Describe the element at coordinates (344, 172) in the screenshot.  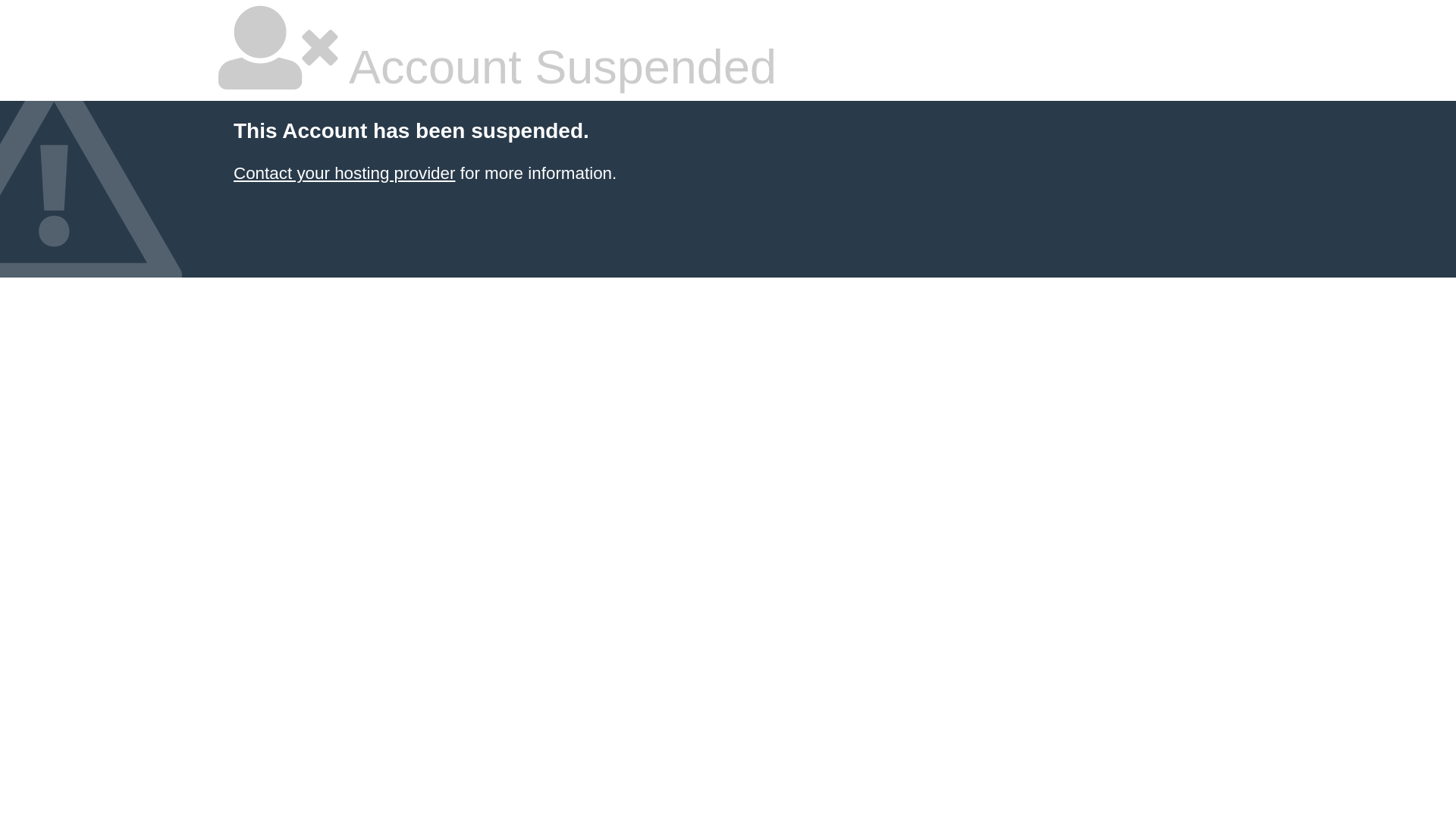
I see `'Contact your hosting provider'` at that location.